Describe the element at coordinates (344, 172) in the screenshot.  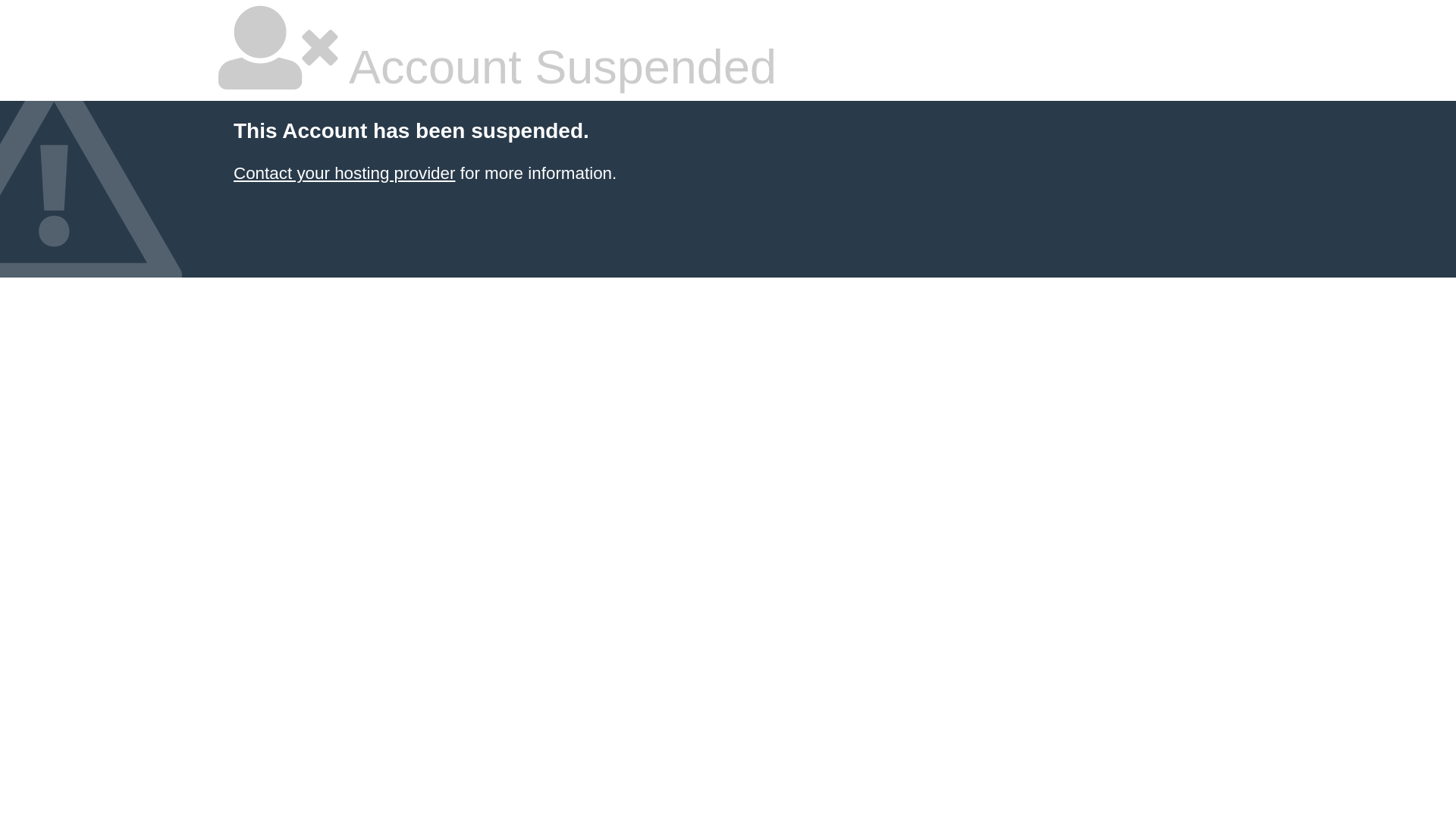
I see `'Contact your hosting provider'` at that location.